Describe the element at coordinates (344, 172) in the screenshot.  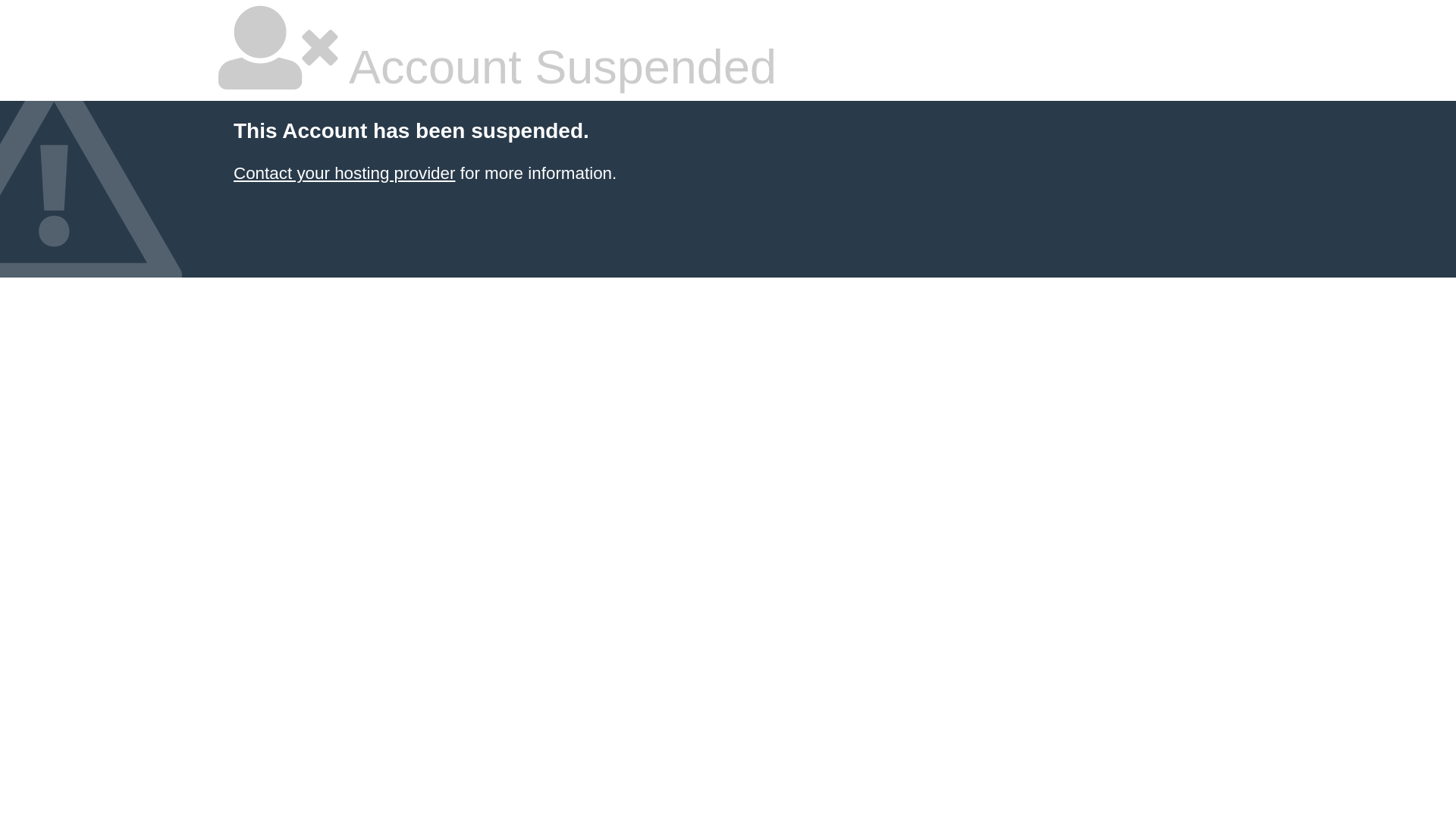
I see `'Contact your hosting provider'` at that location.